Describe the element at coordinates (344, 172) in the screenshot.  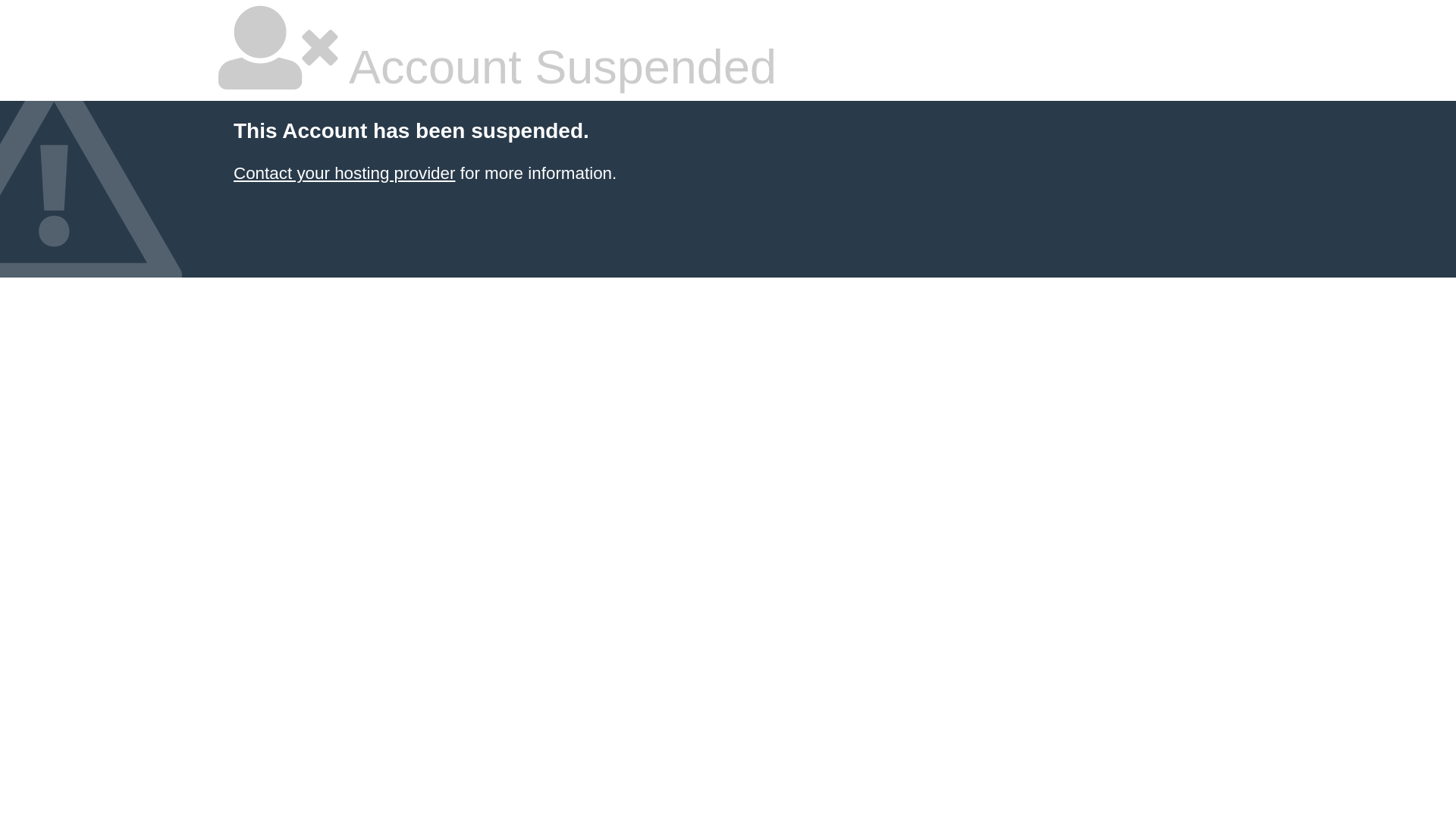
I see `'Contact your hosting provider'` at that location.